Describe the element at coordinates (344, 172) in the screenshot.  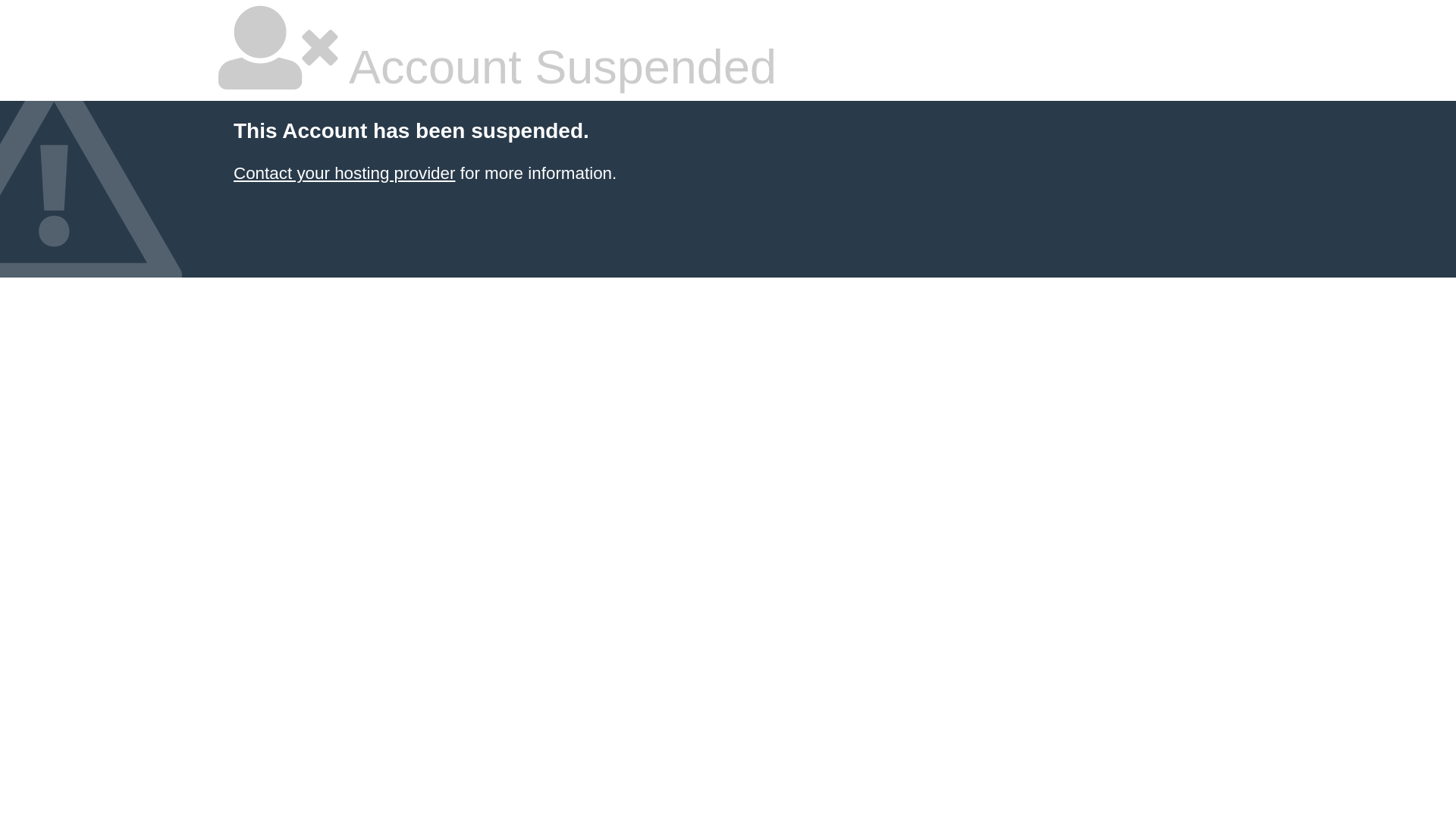
I see `'Contact your hosting provider'` at that location.